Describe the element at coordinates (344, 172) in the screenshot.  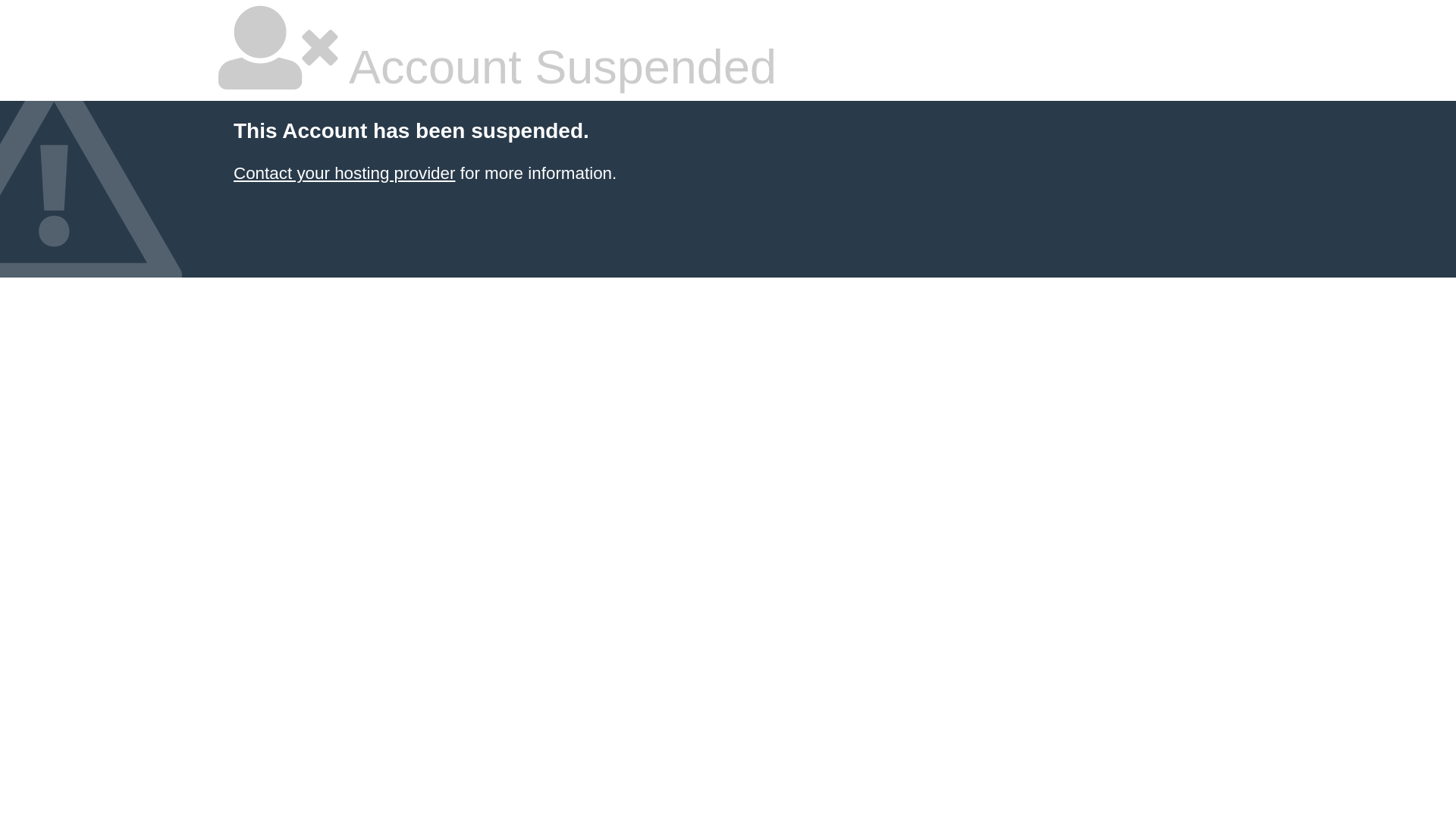
I see `'Contact your hosting provider'` at that location.